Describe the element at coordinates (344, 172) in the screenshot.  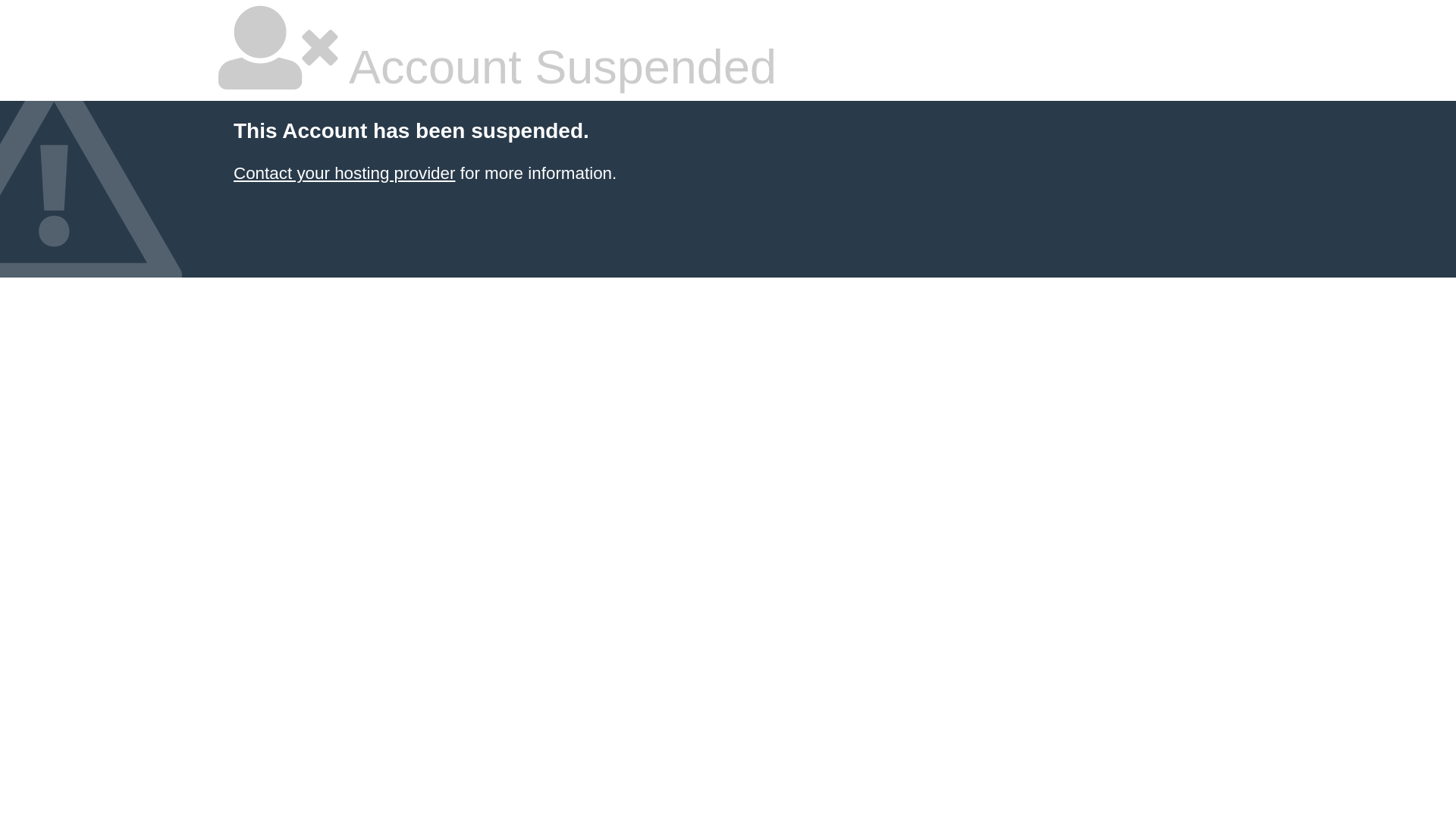
I see `'Contact your hosting provider'` at that location.